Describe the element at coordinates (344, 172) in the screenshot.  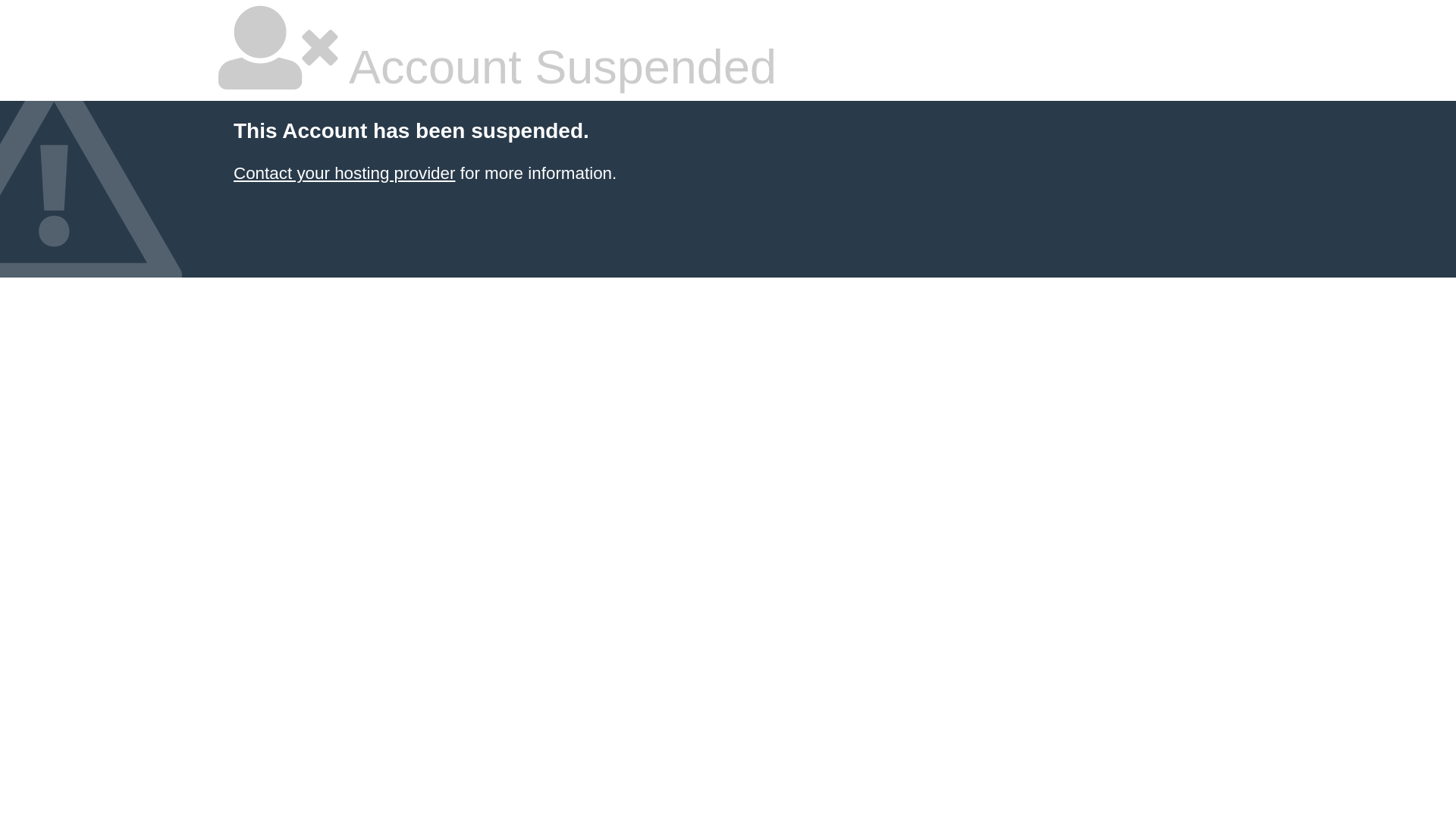
I see `'Contact your hosting provider'` at that location.